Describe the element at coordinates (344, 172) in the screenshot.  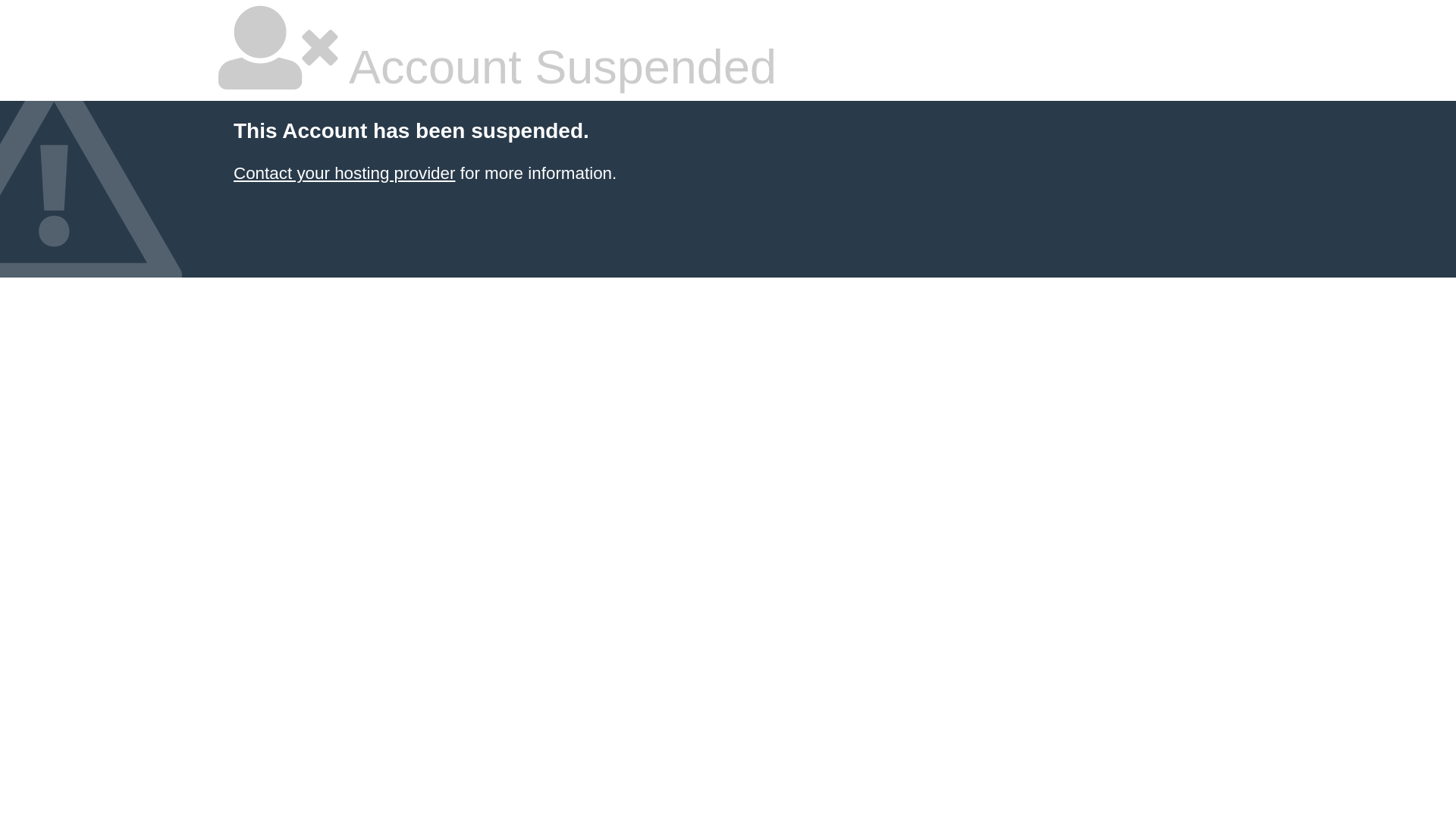
I see `'Contact your hosting provider'` at that location.